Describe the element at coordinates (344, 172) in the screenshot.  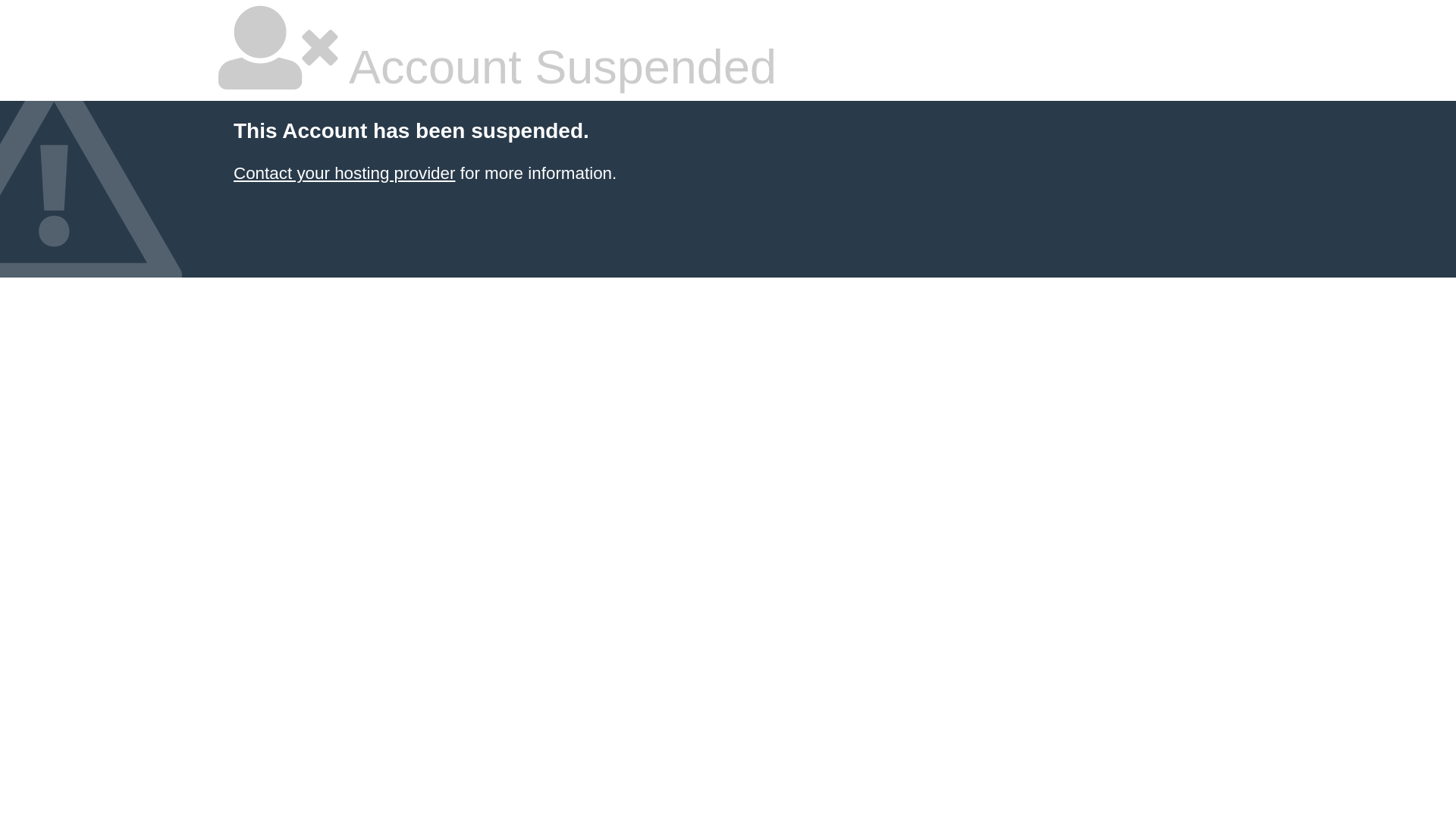
I see `'Contact your hosting provider'` at that location.